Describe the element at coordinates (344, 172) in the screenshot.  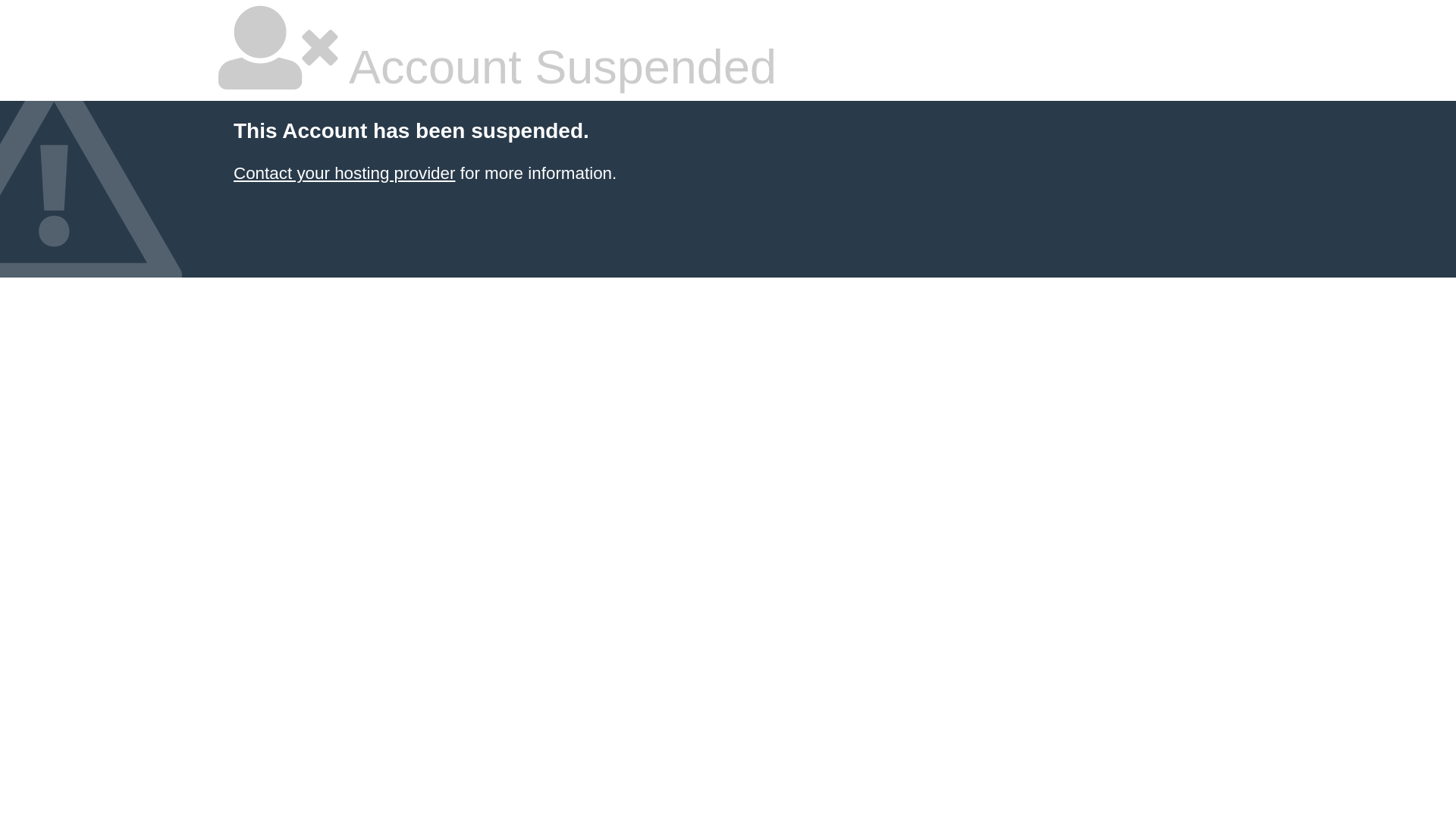
I see `'Contact your hosting provider'` at that location.